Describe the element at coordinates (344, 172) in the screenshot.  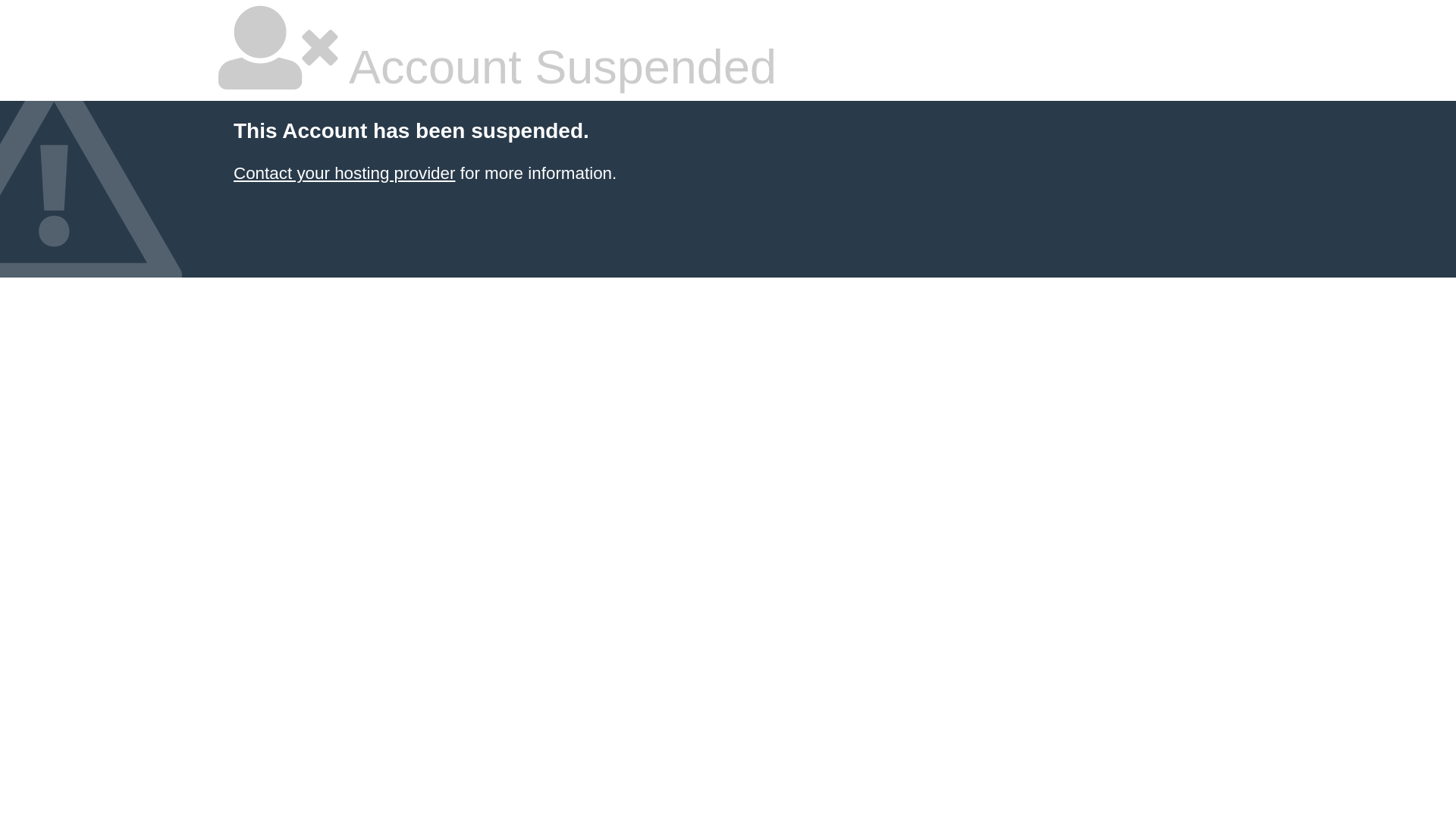
I see `'Contact your hosting provider'` at that location.